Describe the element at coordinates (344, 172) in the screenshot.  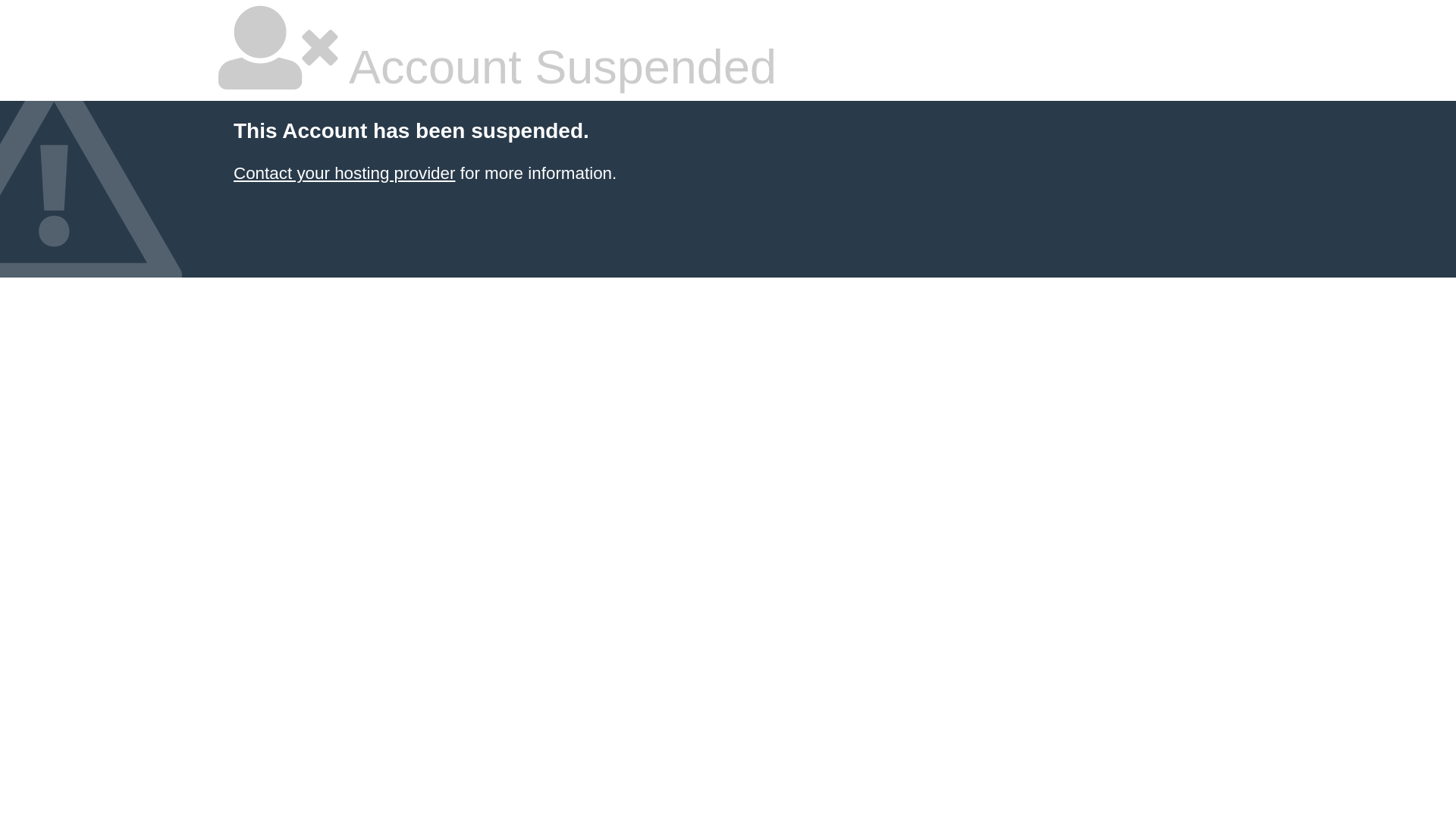
I see `'Contact your hosting provider'` at that location.